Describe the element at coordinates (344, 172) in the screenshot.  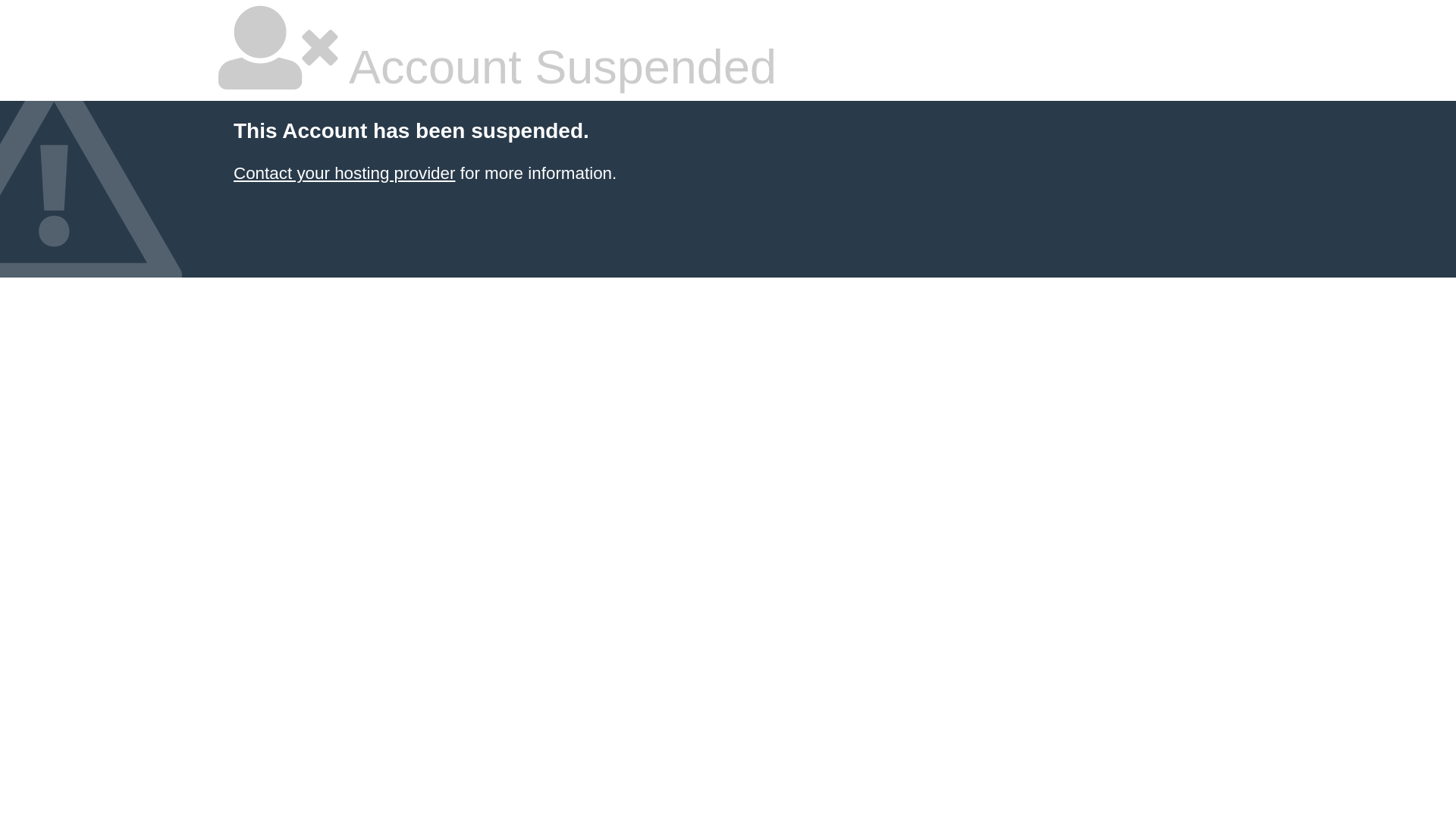
I see `'Contact your hosting provider'` at that location.